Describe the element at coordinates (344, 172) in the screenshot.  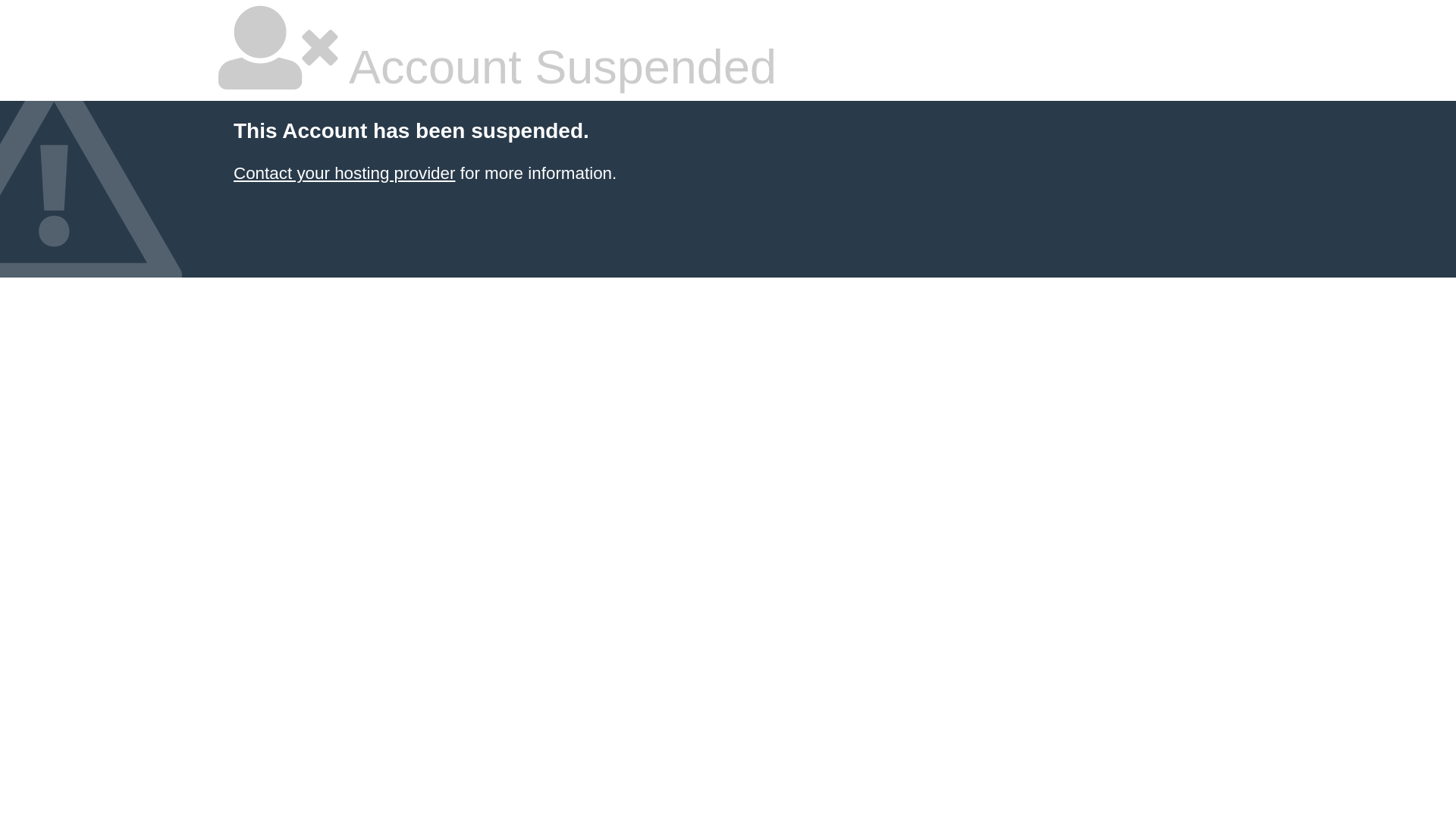
I see `'Contact your hosting provider'` at that location.